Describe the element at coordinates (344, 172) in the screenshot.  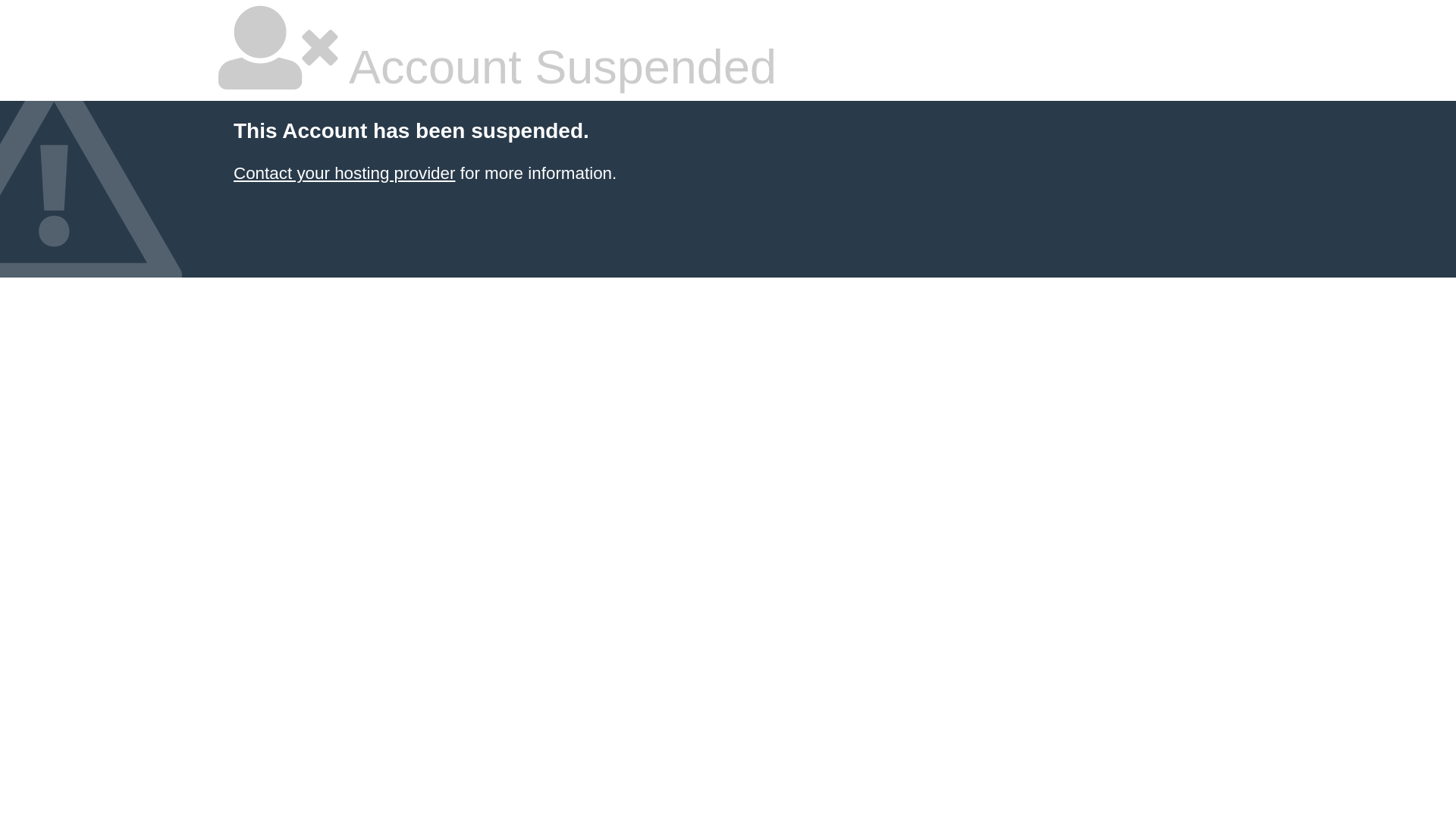
I see `'Contact your hosting provider'` at that location.